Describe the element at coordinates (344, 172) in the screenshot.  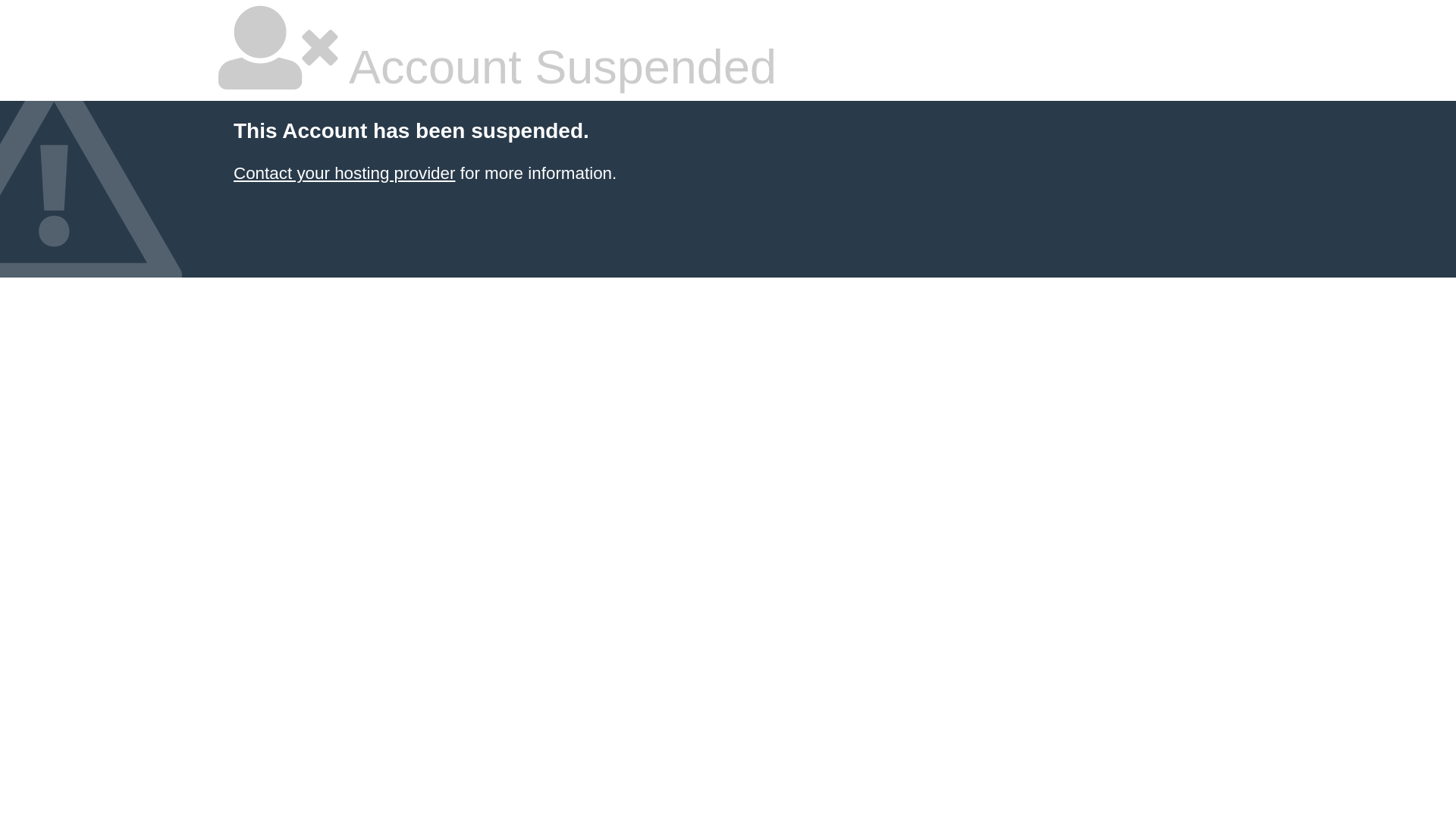
I see `'Contact your hosting provider'` at that location.